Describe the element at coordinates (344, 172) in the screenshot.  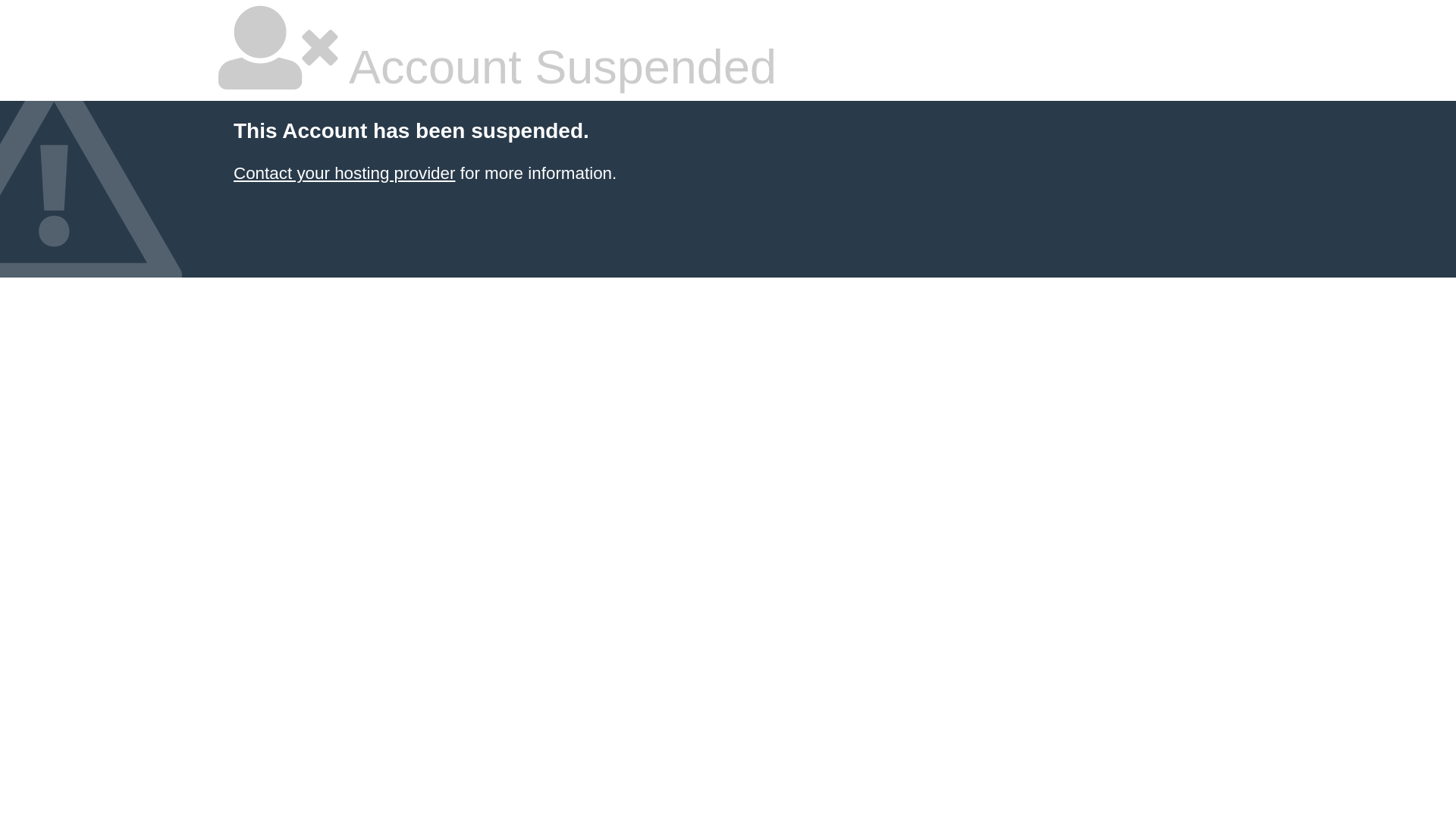
I see `'Contact your hosting provider'` at that location.